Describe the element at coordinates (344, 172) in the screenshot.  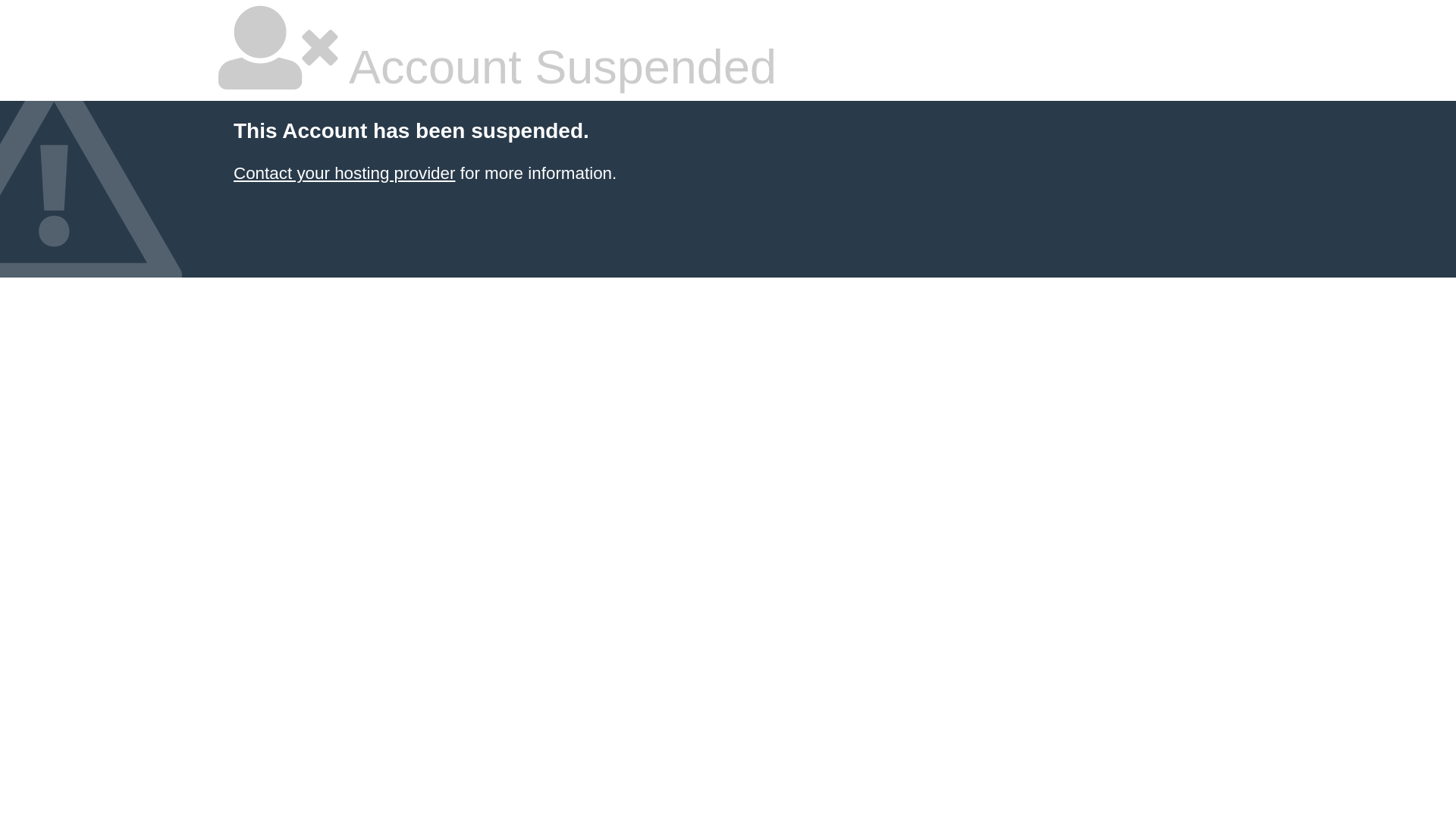
I see `'Contact your hosting provider'` at that location.